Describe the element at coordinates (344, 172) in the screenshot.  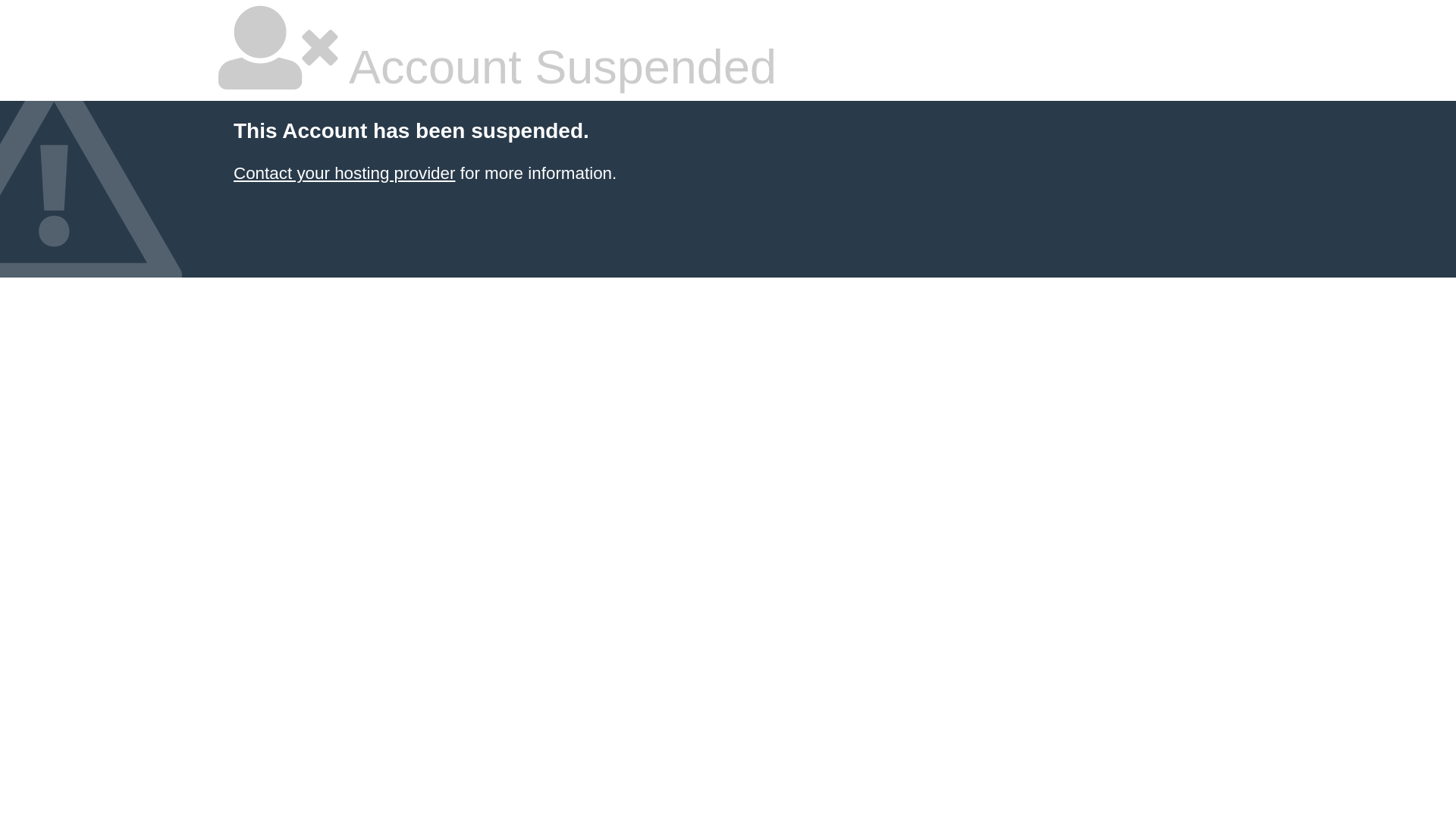
I see `'Contact your hosting provider'` at that location.